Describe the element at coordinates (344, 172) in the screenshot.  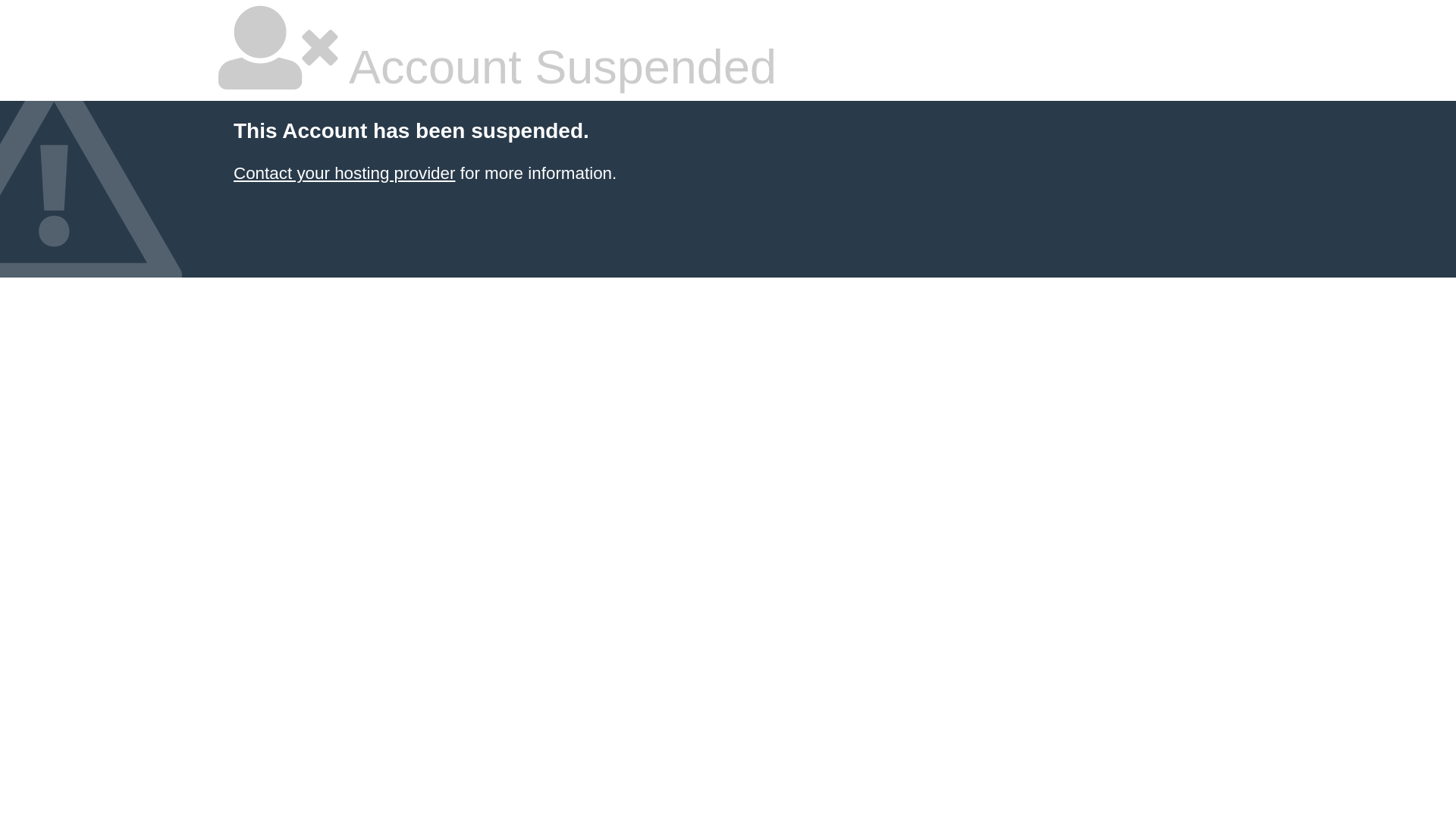
I see `'Contact your hosting provider'` at that location.